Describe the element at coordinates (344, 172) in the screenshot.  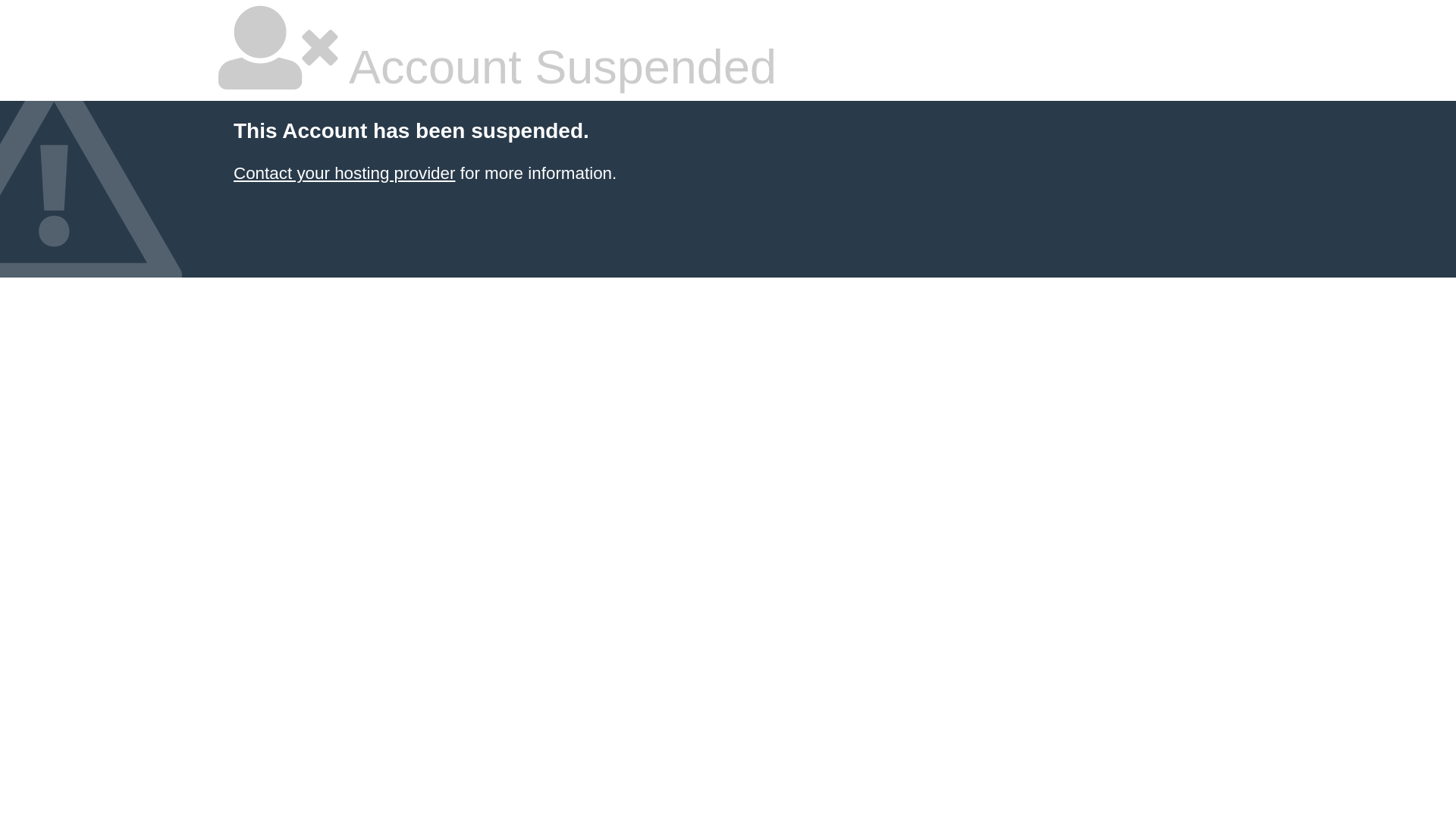
I see `'Contact your hosting provider'` at that location.